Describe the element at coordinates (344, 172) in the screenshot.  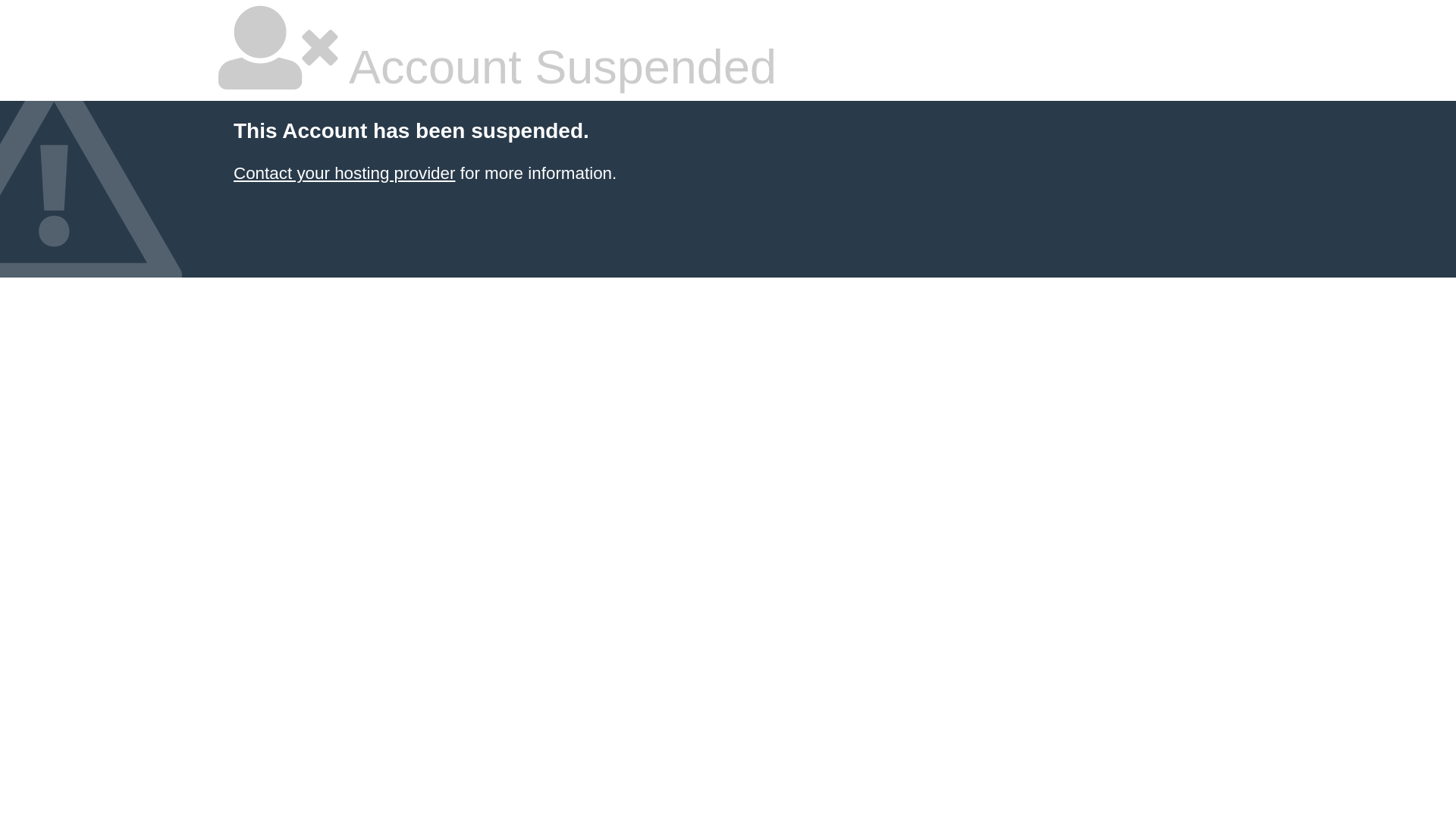
I see `'Contact your hosting provider'` at that location.